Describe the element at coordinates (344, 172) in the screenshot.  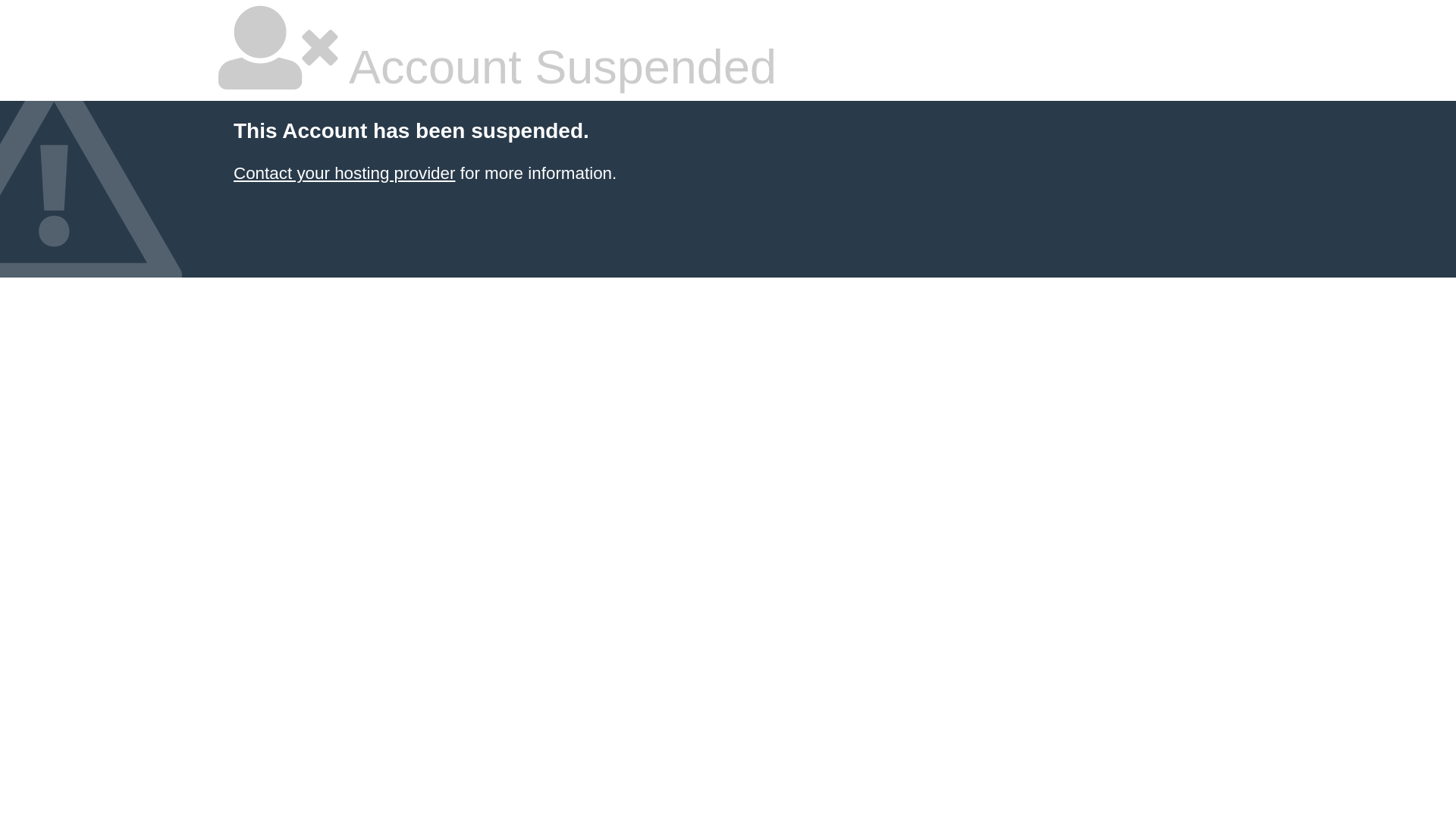
I see `'Contact your hosting provider'` at that location.